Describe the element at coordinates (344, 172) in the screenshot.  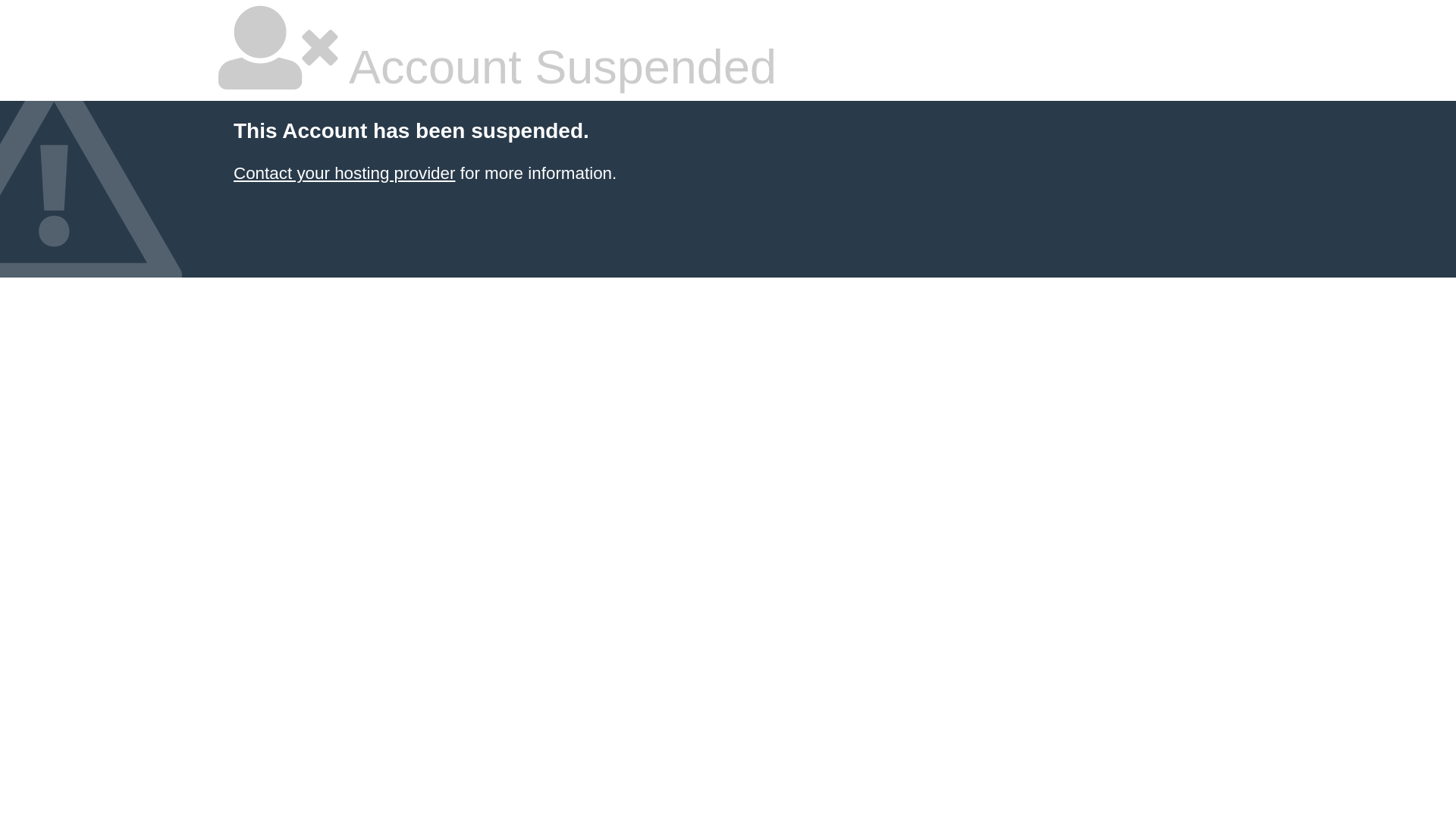
I see `'Contact your hosting provider'` at that location.